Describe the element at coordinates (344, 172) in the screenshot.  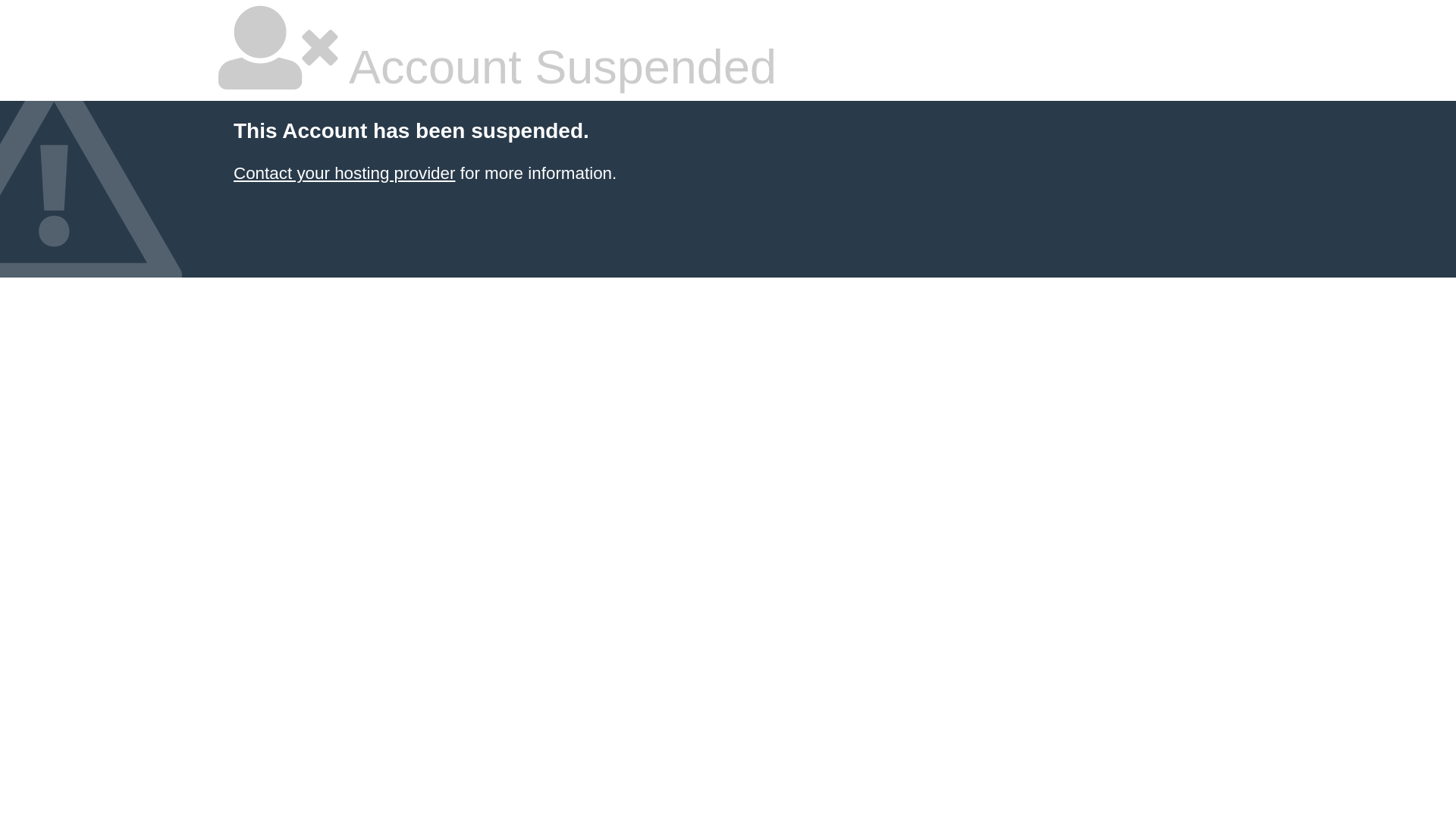
I see `'Contact your hosting provider'` at that location.